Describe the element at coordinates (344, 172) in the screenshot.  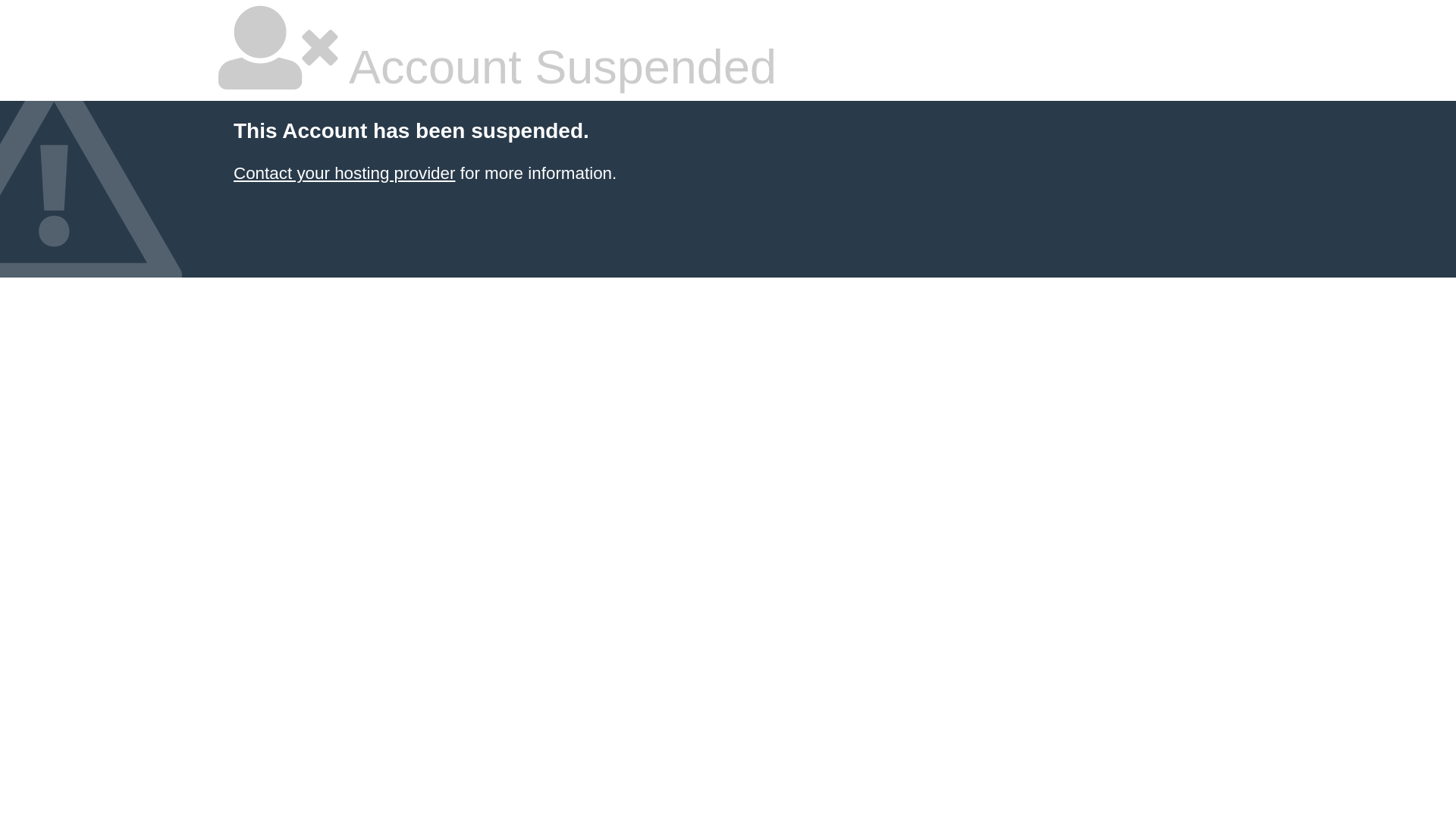
I see `'Contact your hosting provider'` at that location.